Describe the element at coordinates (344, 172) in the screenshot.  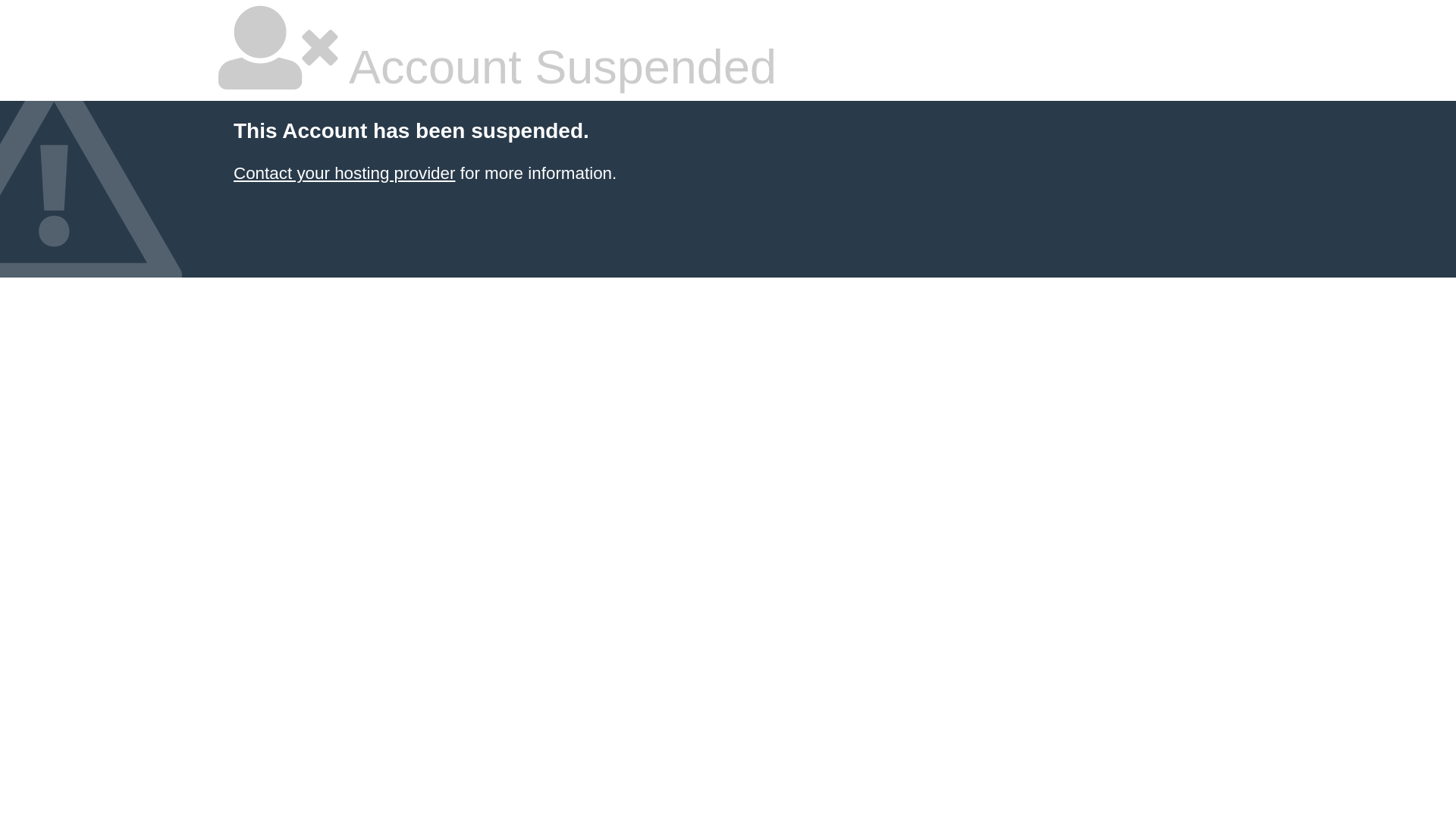
I see `'Contact your hosting provider'` at that location.